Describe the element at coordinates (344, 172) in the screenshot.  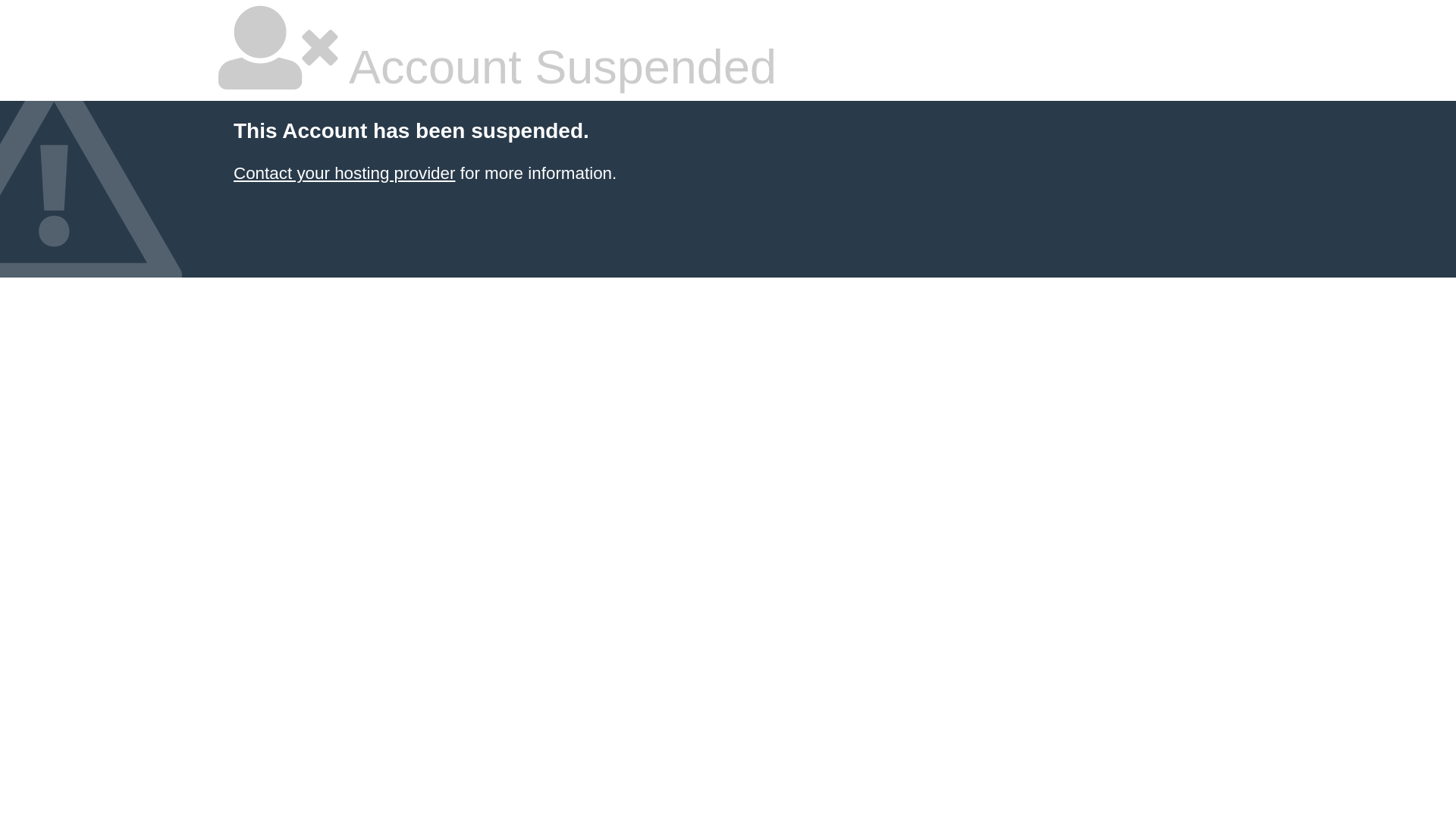
I see `'Contact your hosting provider'` at that location.